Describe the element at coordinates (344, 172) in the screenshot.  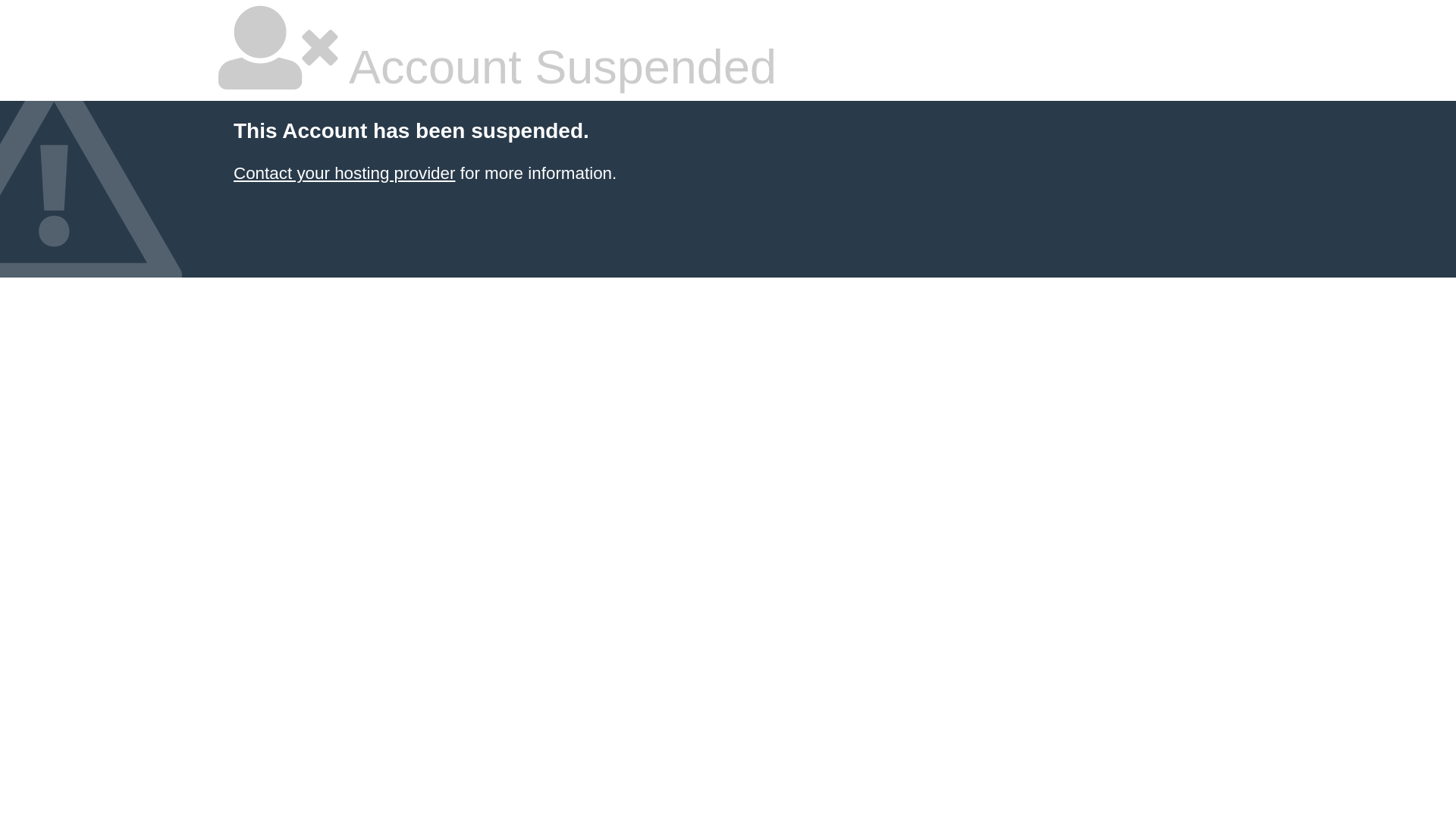
I see `'Contact your hosting provider'` at that location.